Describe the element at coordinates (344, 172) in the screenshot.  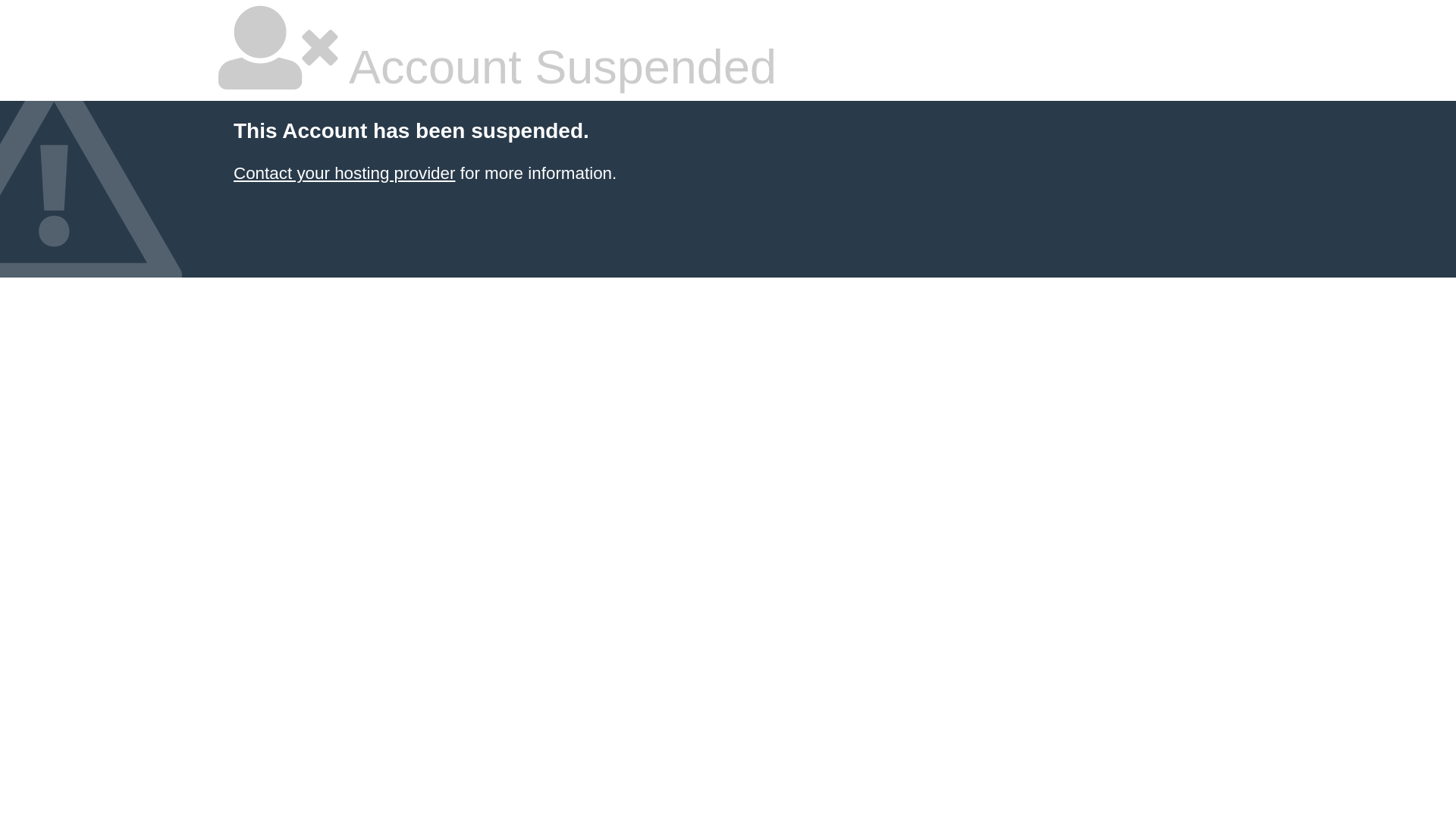
I see `'Contact your hosting provider'` at that location.